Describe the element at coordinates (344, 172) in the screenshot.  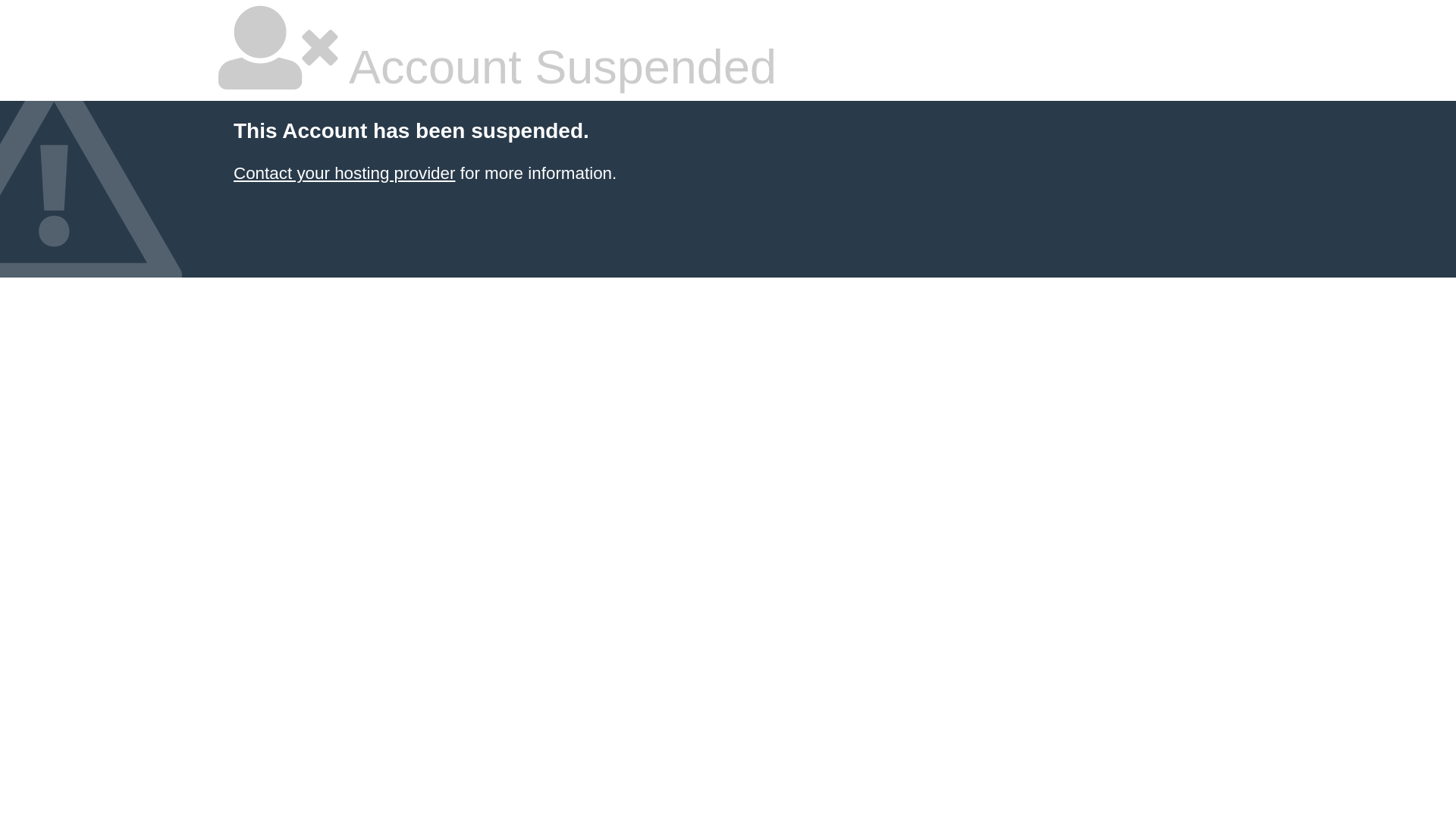
I see `'Contact your hosting provider'` at that location.